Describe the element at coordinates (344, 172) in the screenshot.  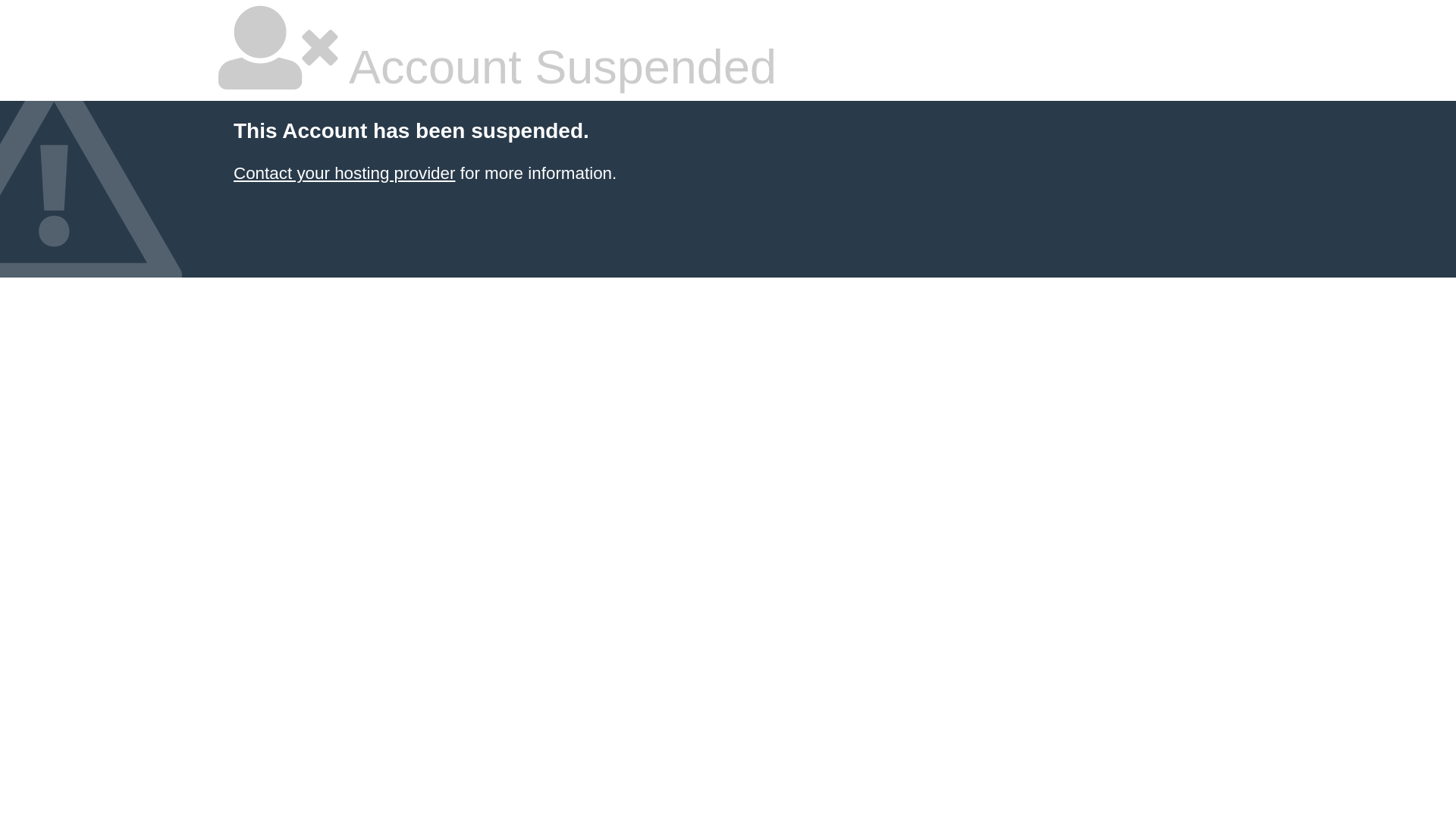
I see `'Contact your hosting provider'` at that location.